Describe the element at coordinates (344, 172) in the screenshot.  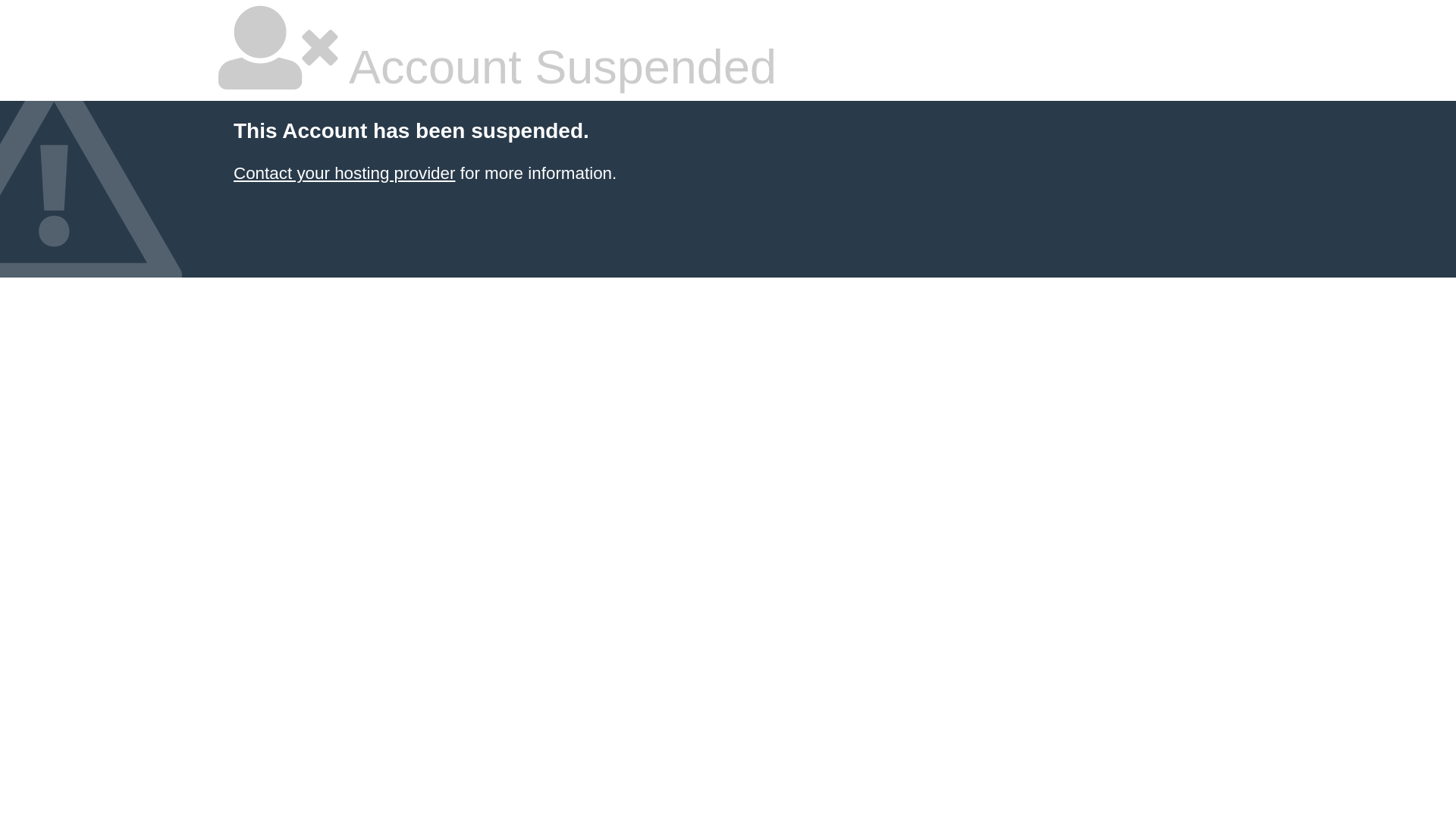
I see `'Contact your hosting provider'` at that location.